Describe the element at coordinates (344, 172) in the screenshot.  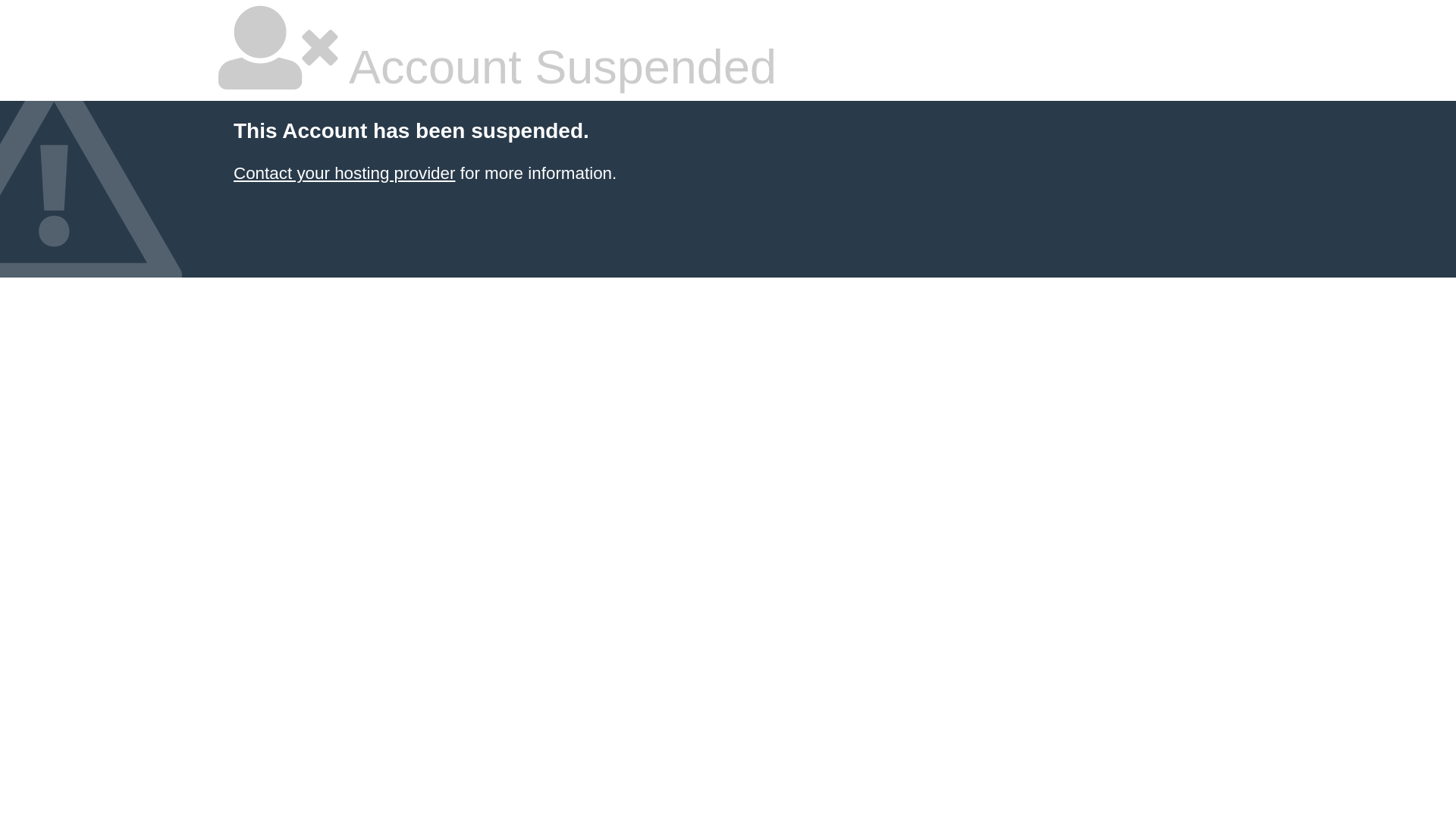
I see `'Contact your hosting provider'` at that location.